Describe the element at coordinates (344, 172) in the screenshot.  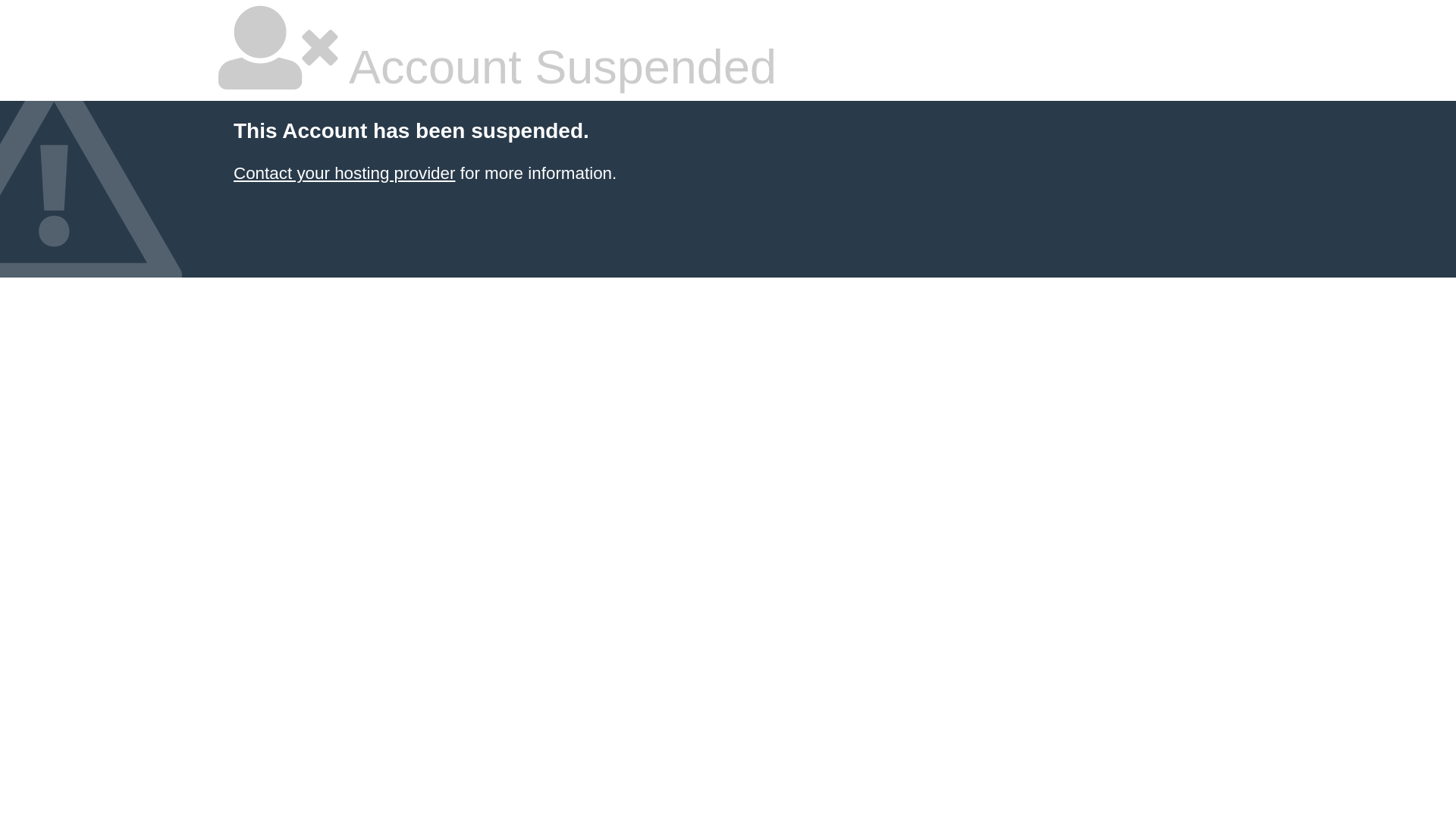
I see `'Contact your hosting provider'` at that location.